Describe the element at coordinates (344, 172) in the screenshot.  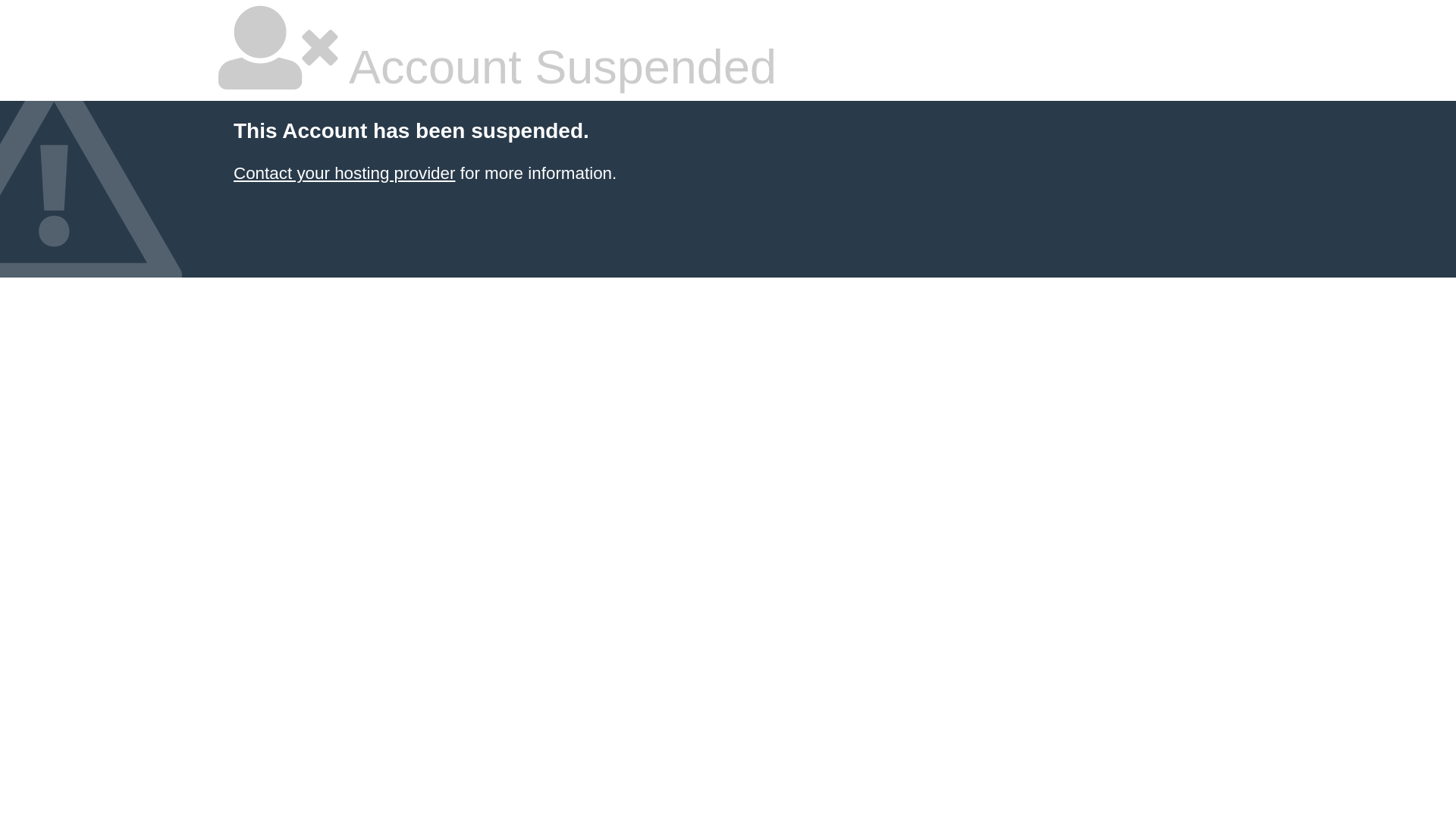
I see `'Contact your hosting provider'` at that location.